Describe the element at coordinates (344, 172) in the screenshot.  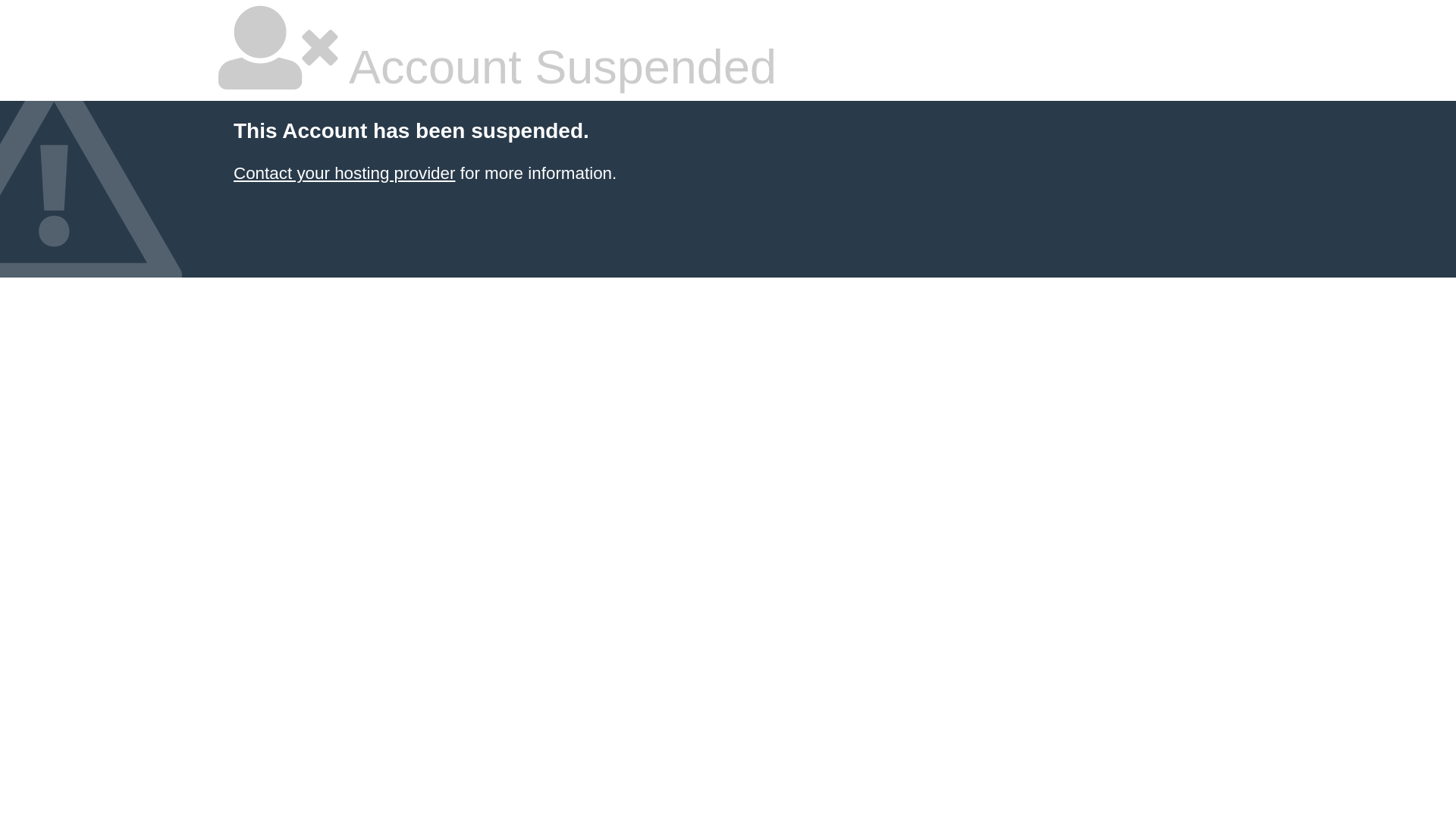
I see `'Contact your hosting provider'` at that location.